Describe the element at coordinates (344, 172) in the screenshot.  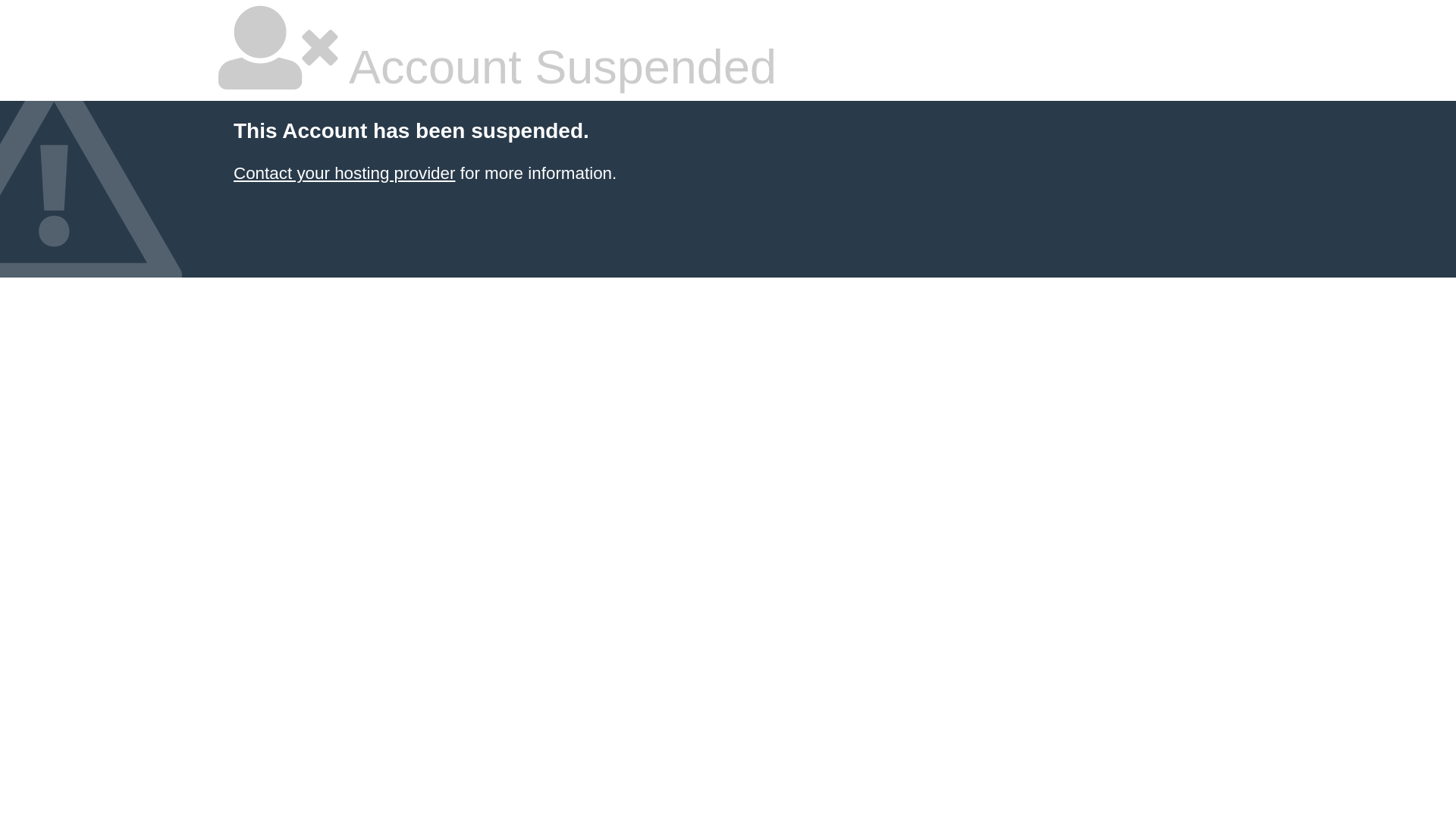
I see `'Contact your hosting provider'` at that location.